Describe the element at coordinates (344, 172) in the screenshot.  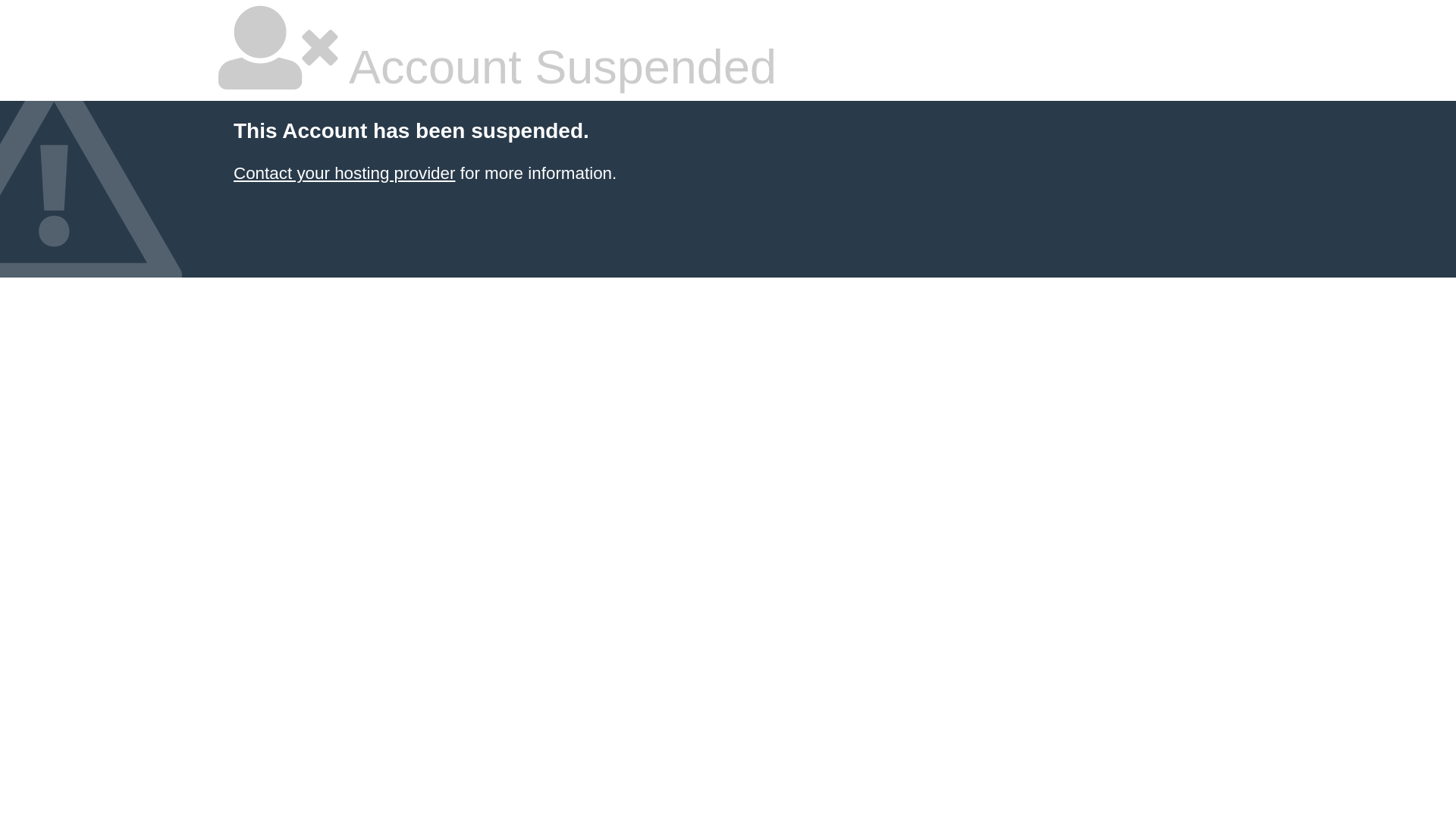
I see `'Contact your hosting provider'` at that location.